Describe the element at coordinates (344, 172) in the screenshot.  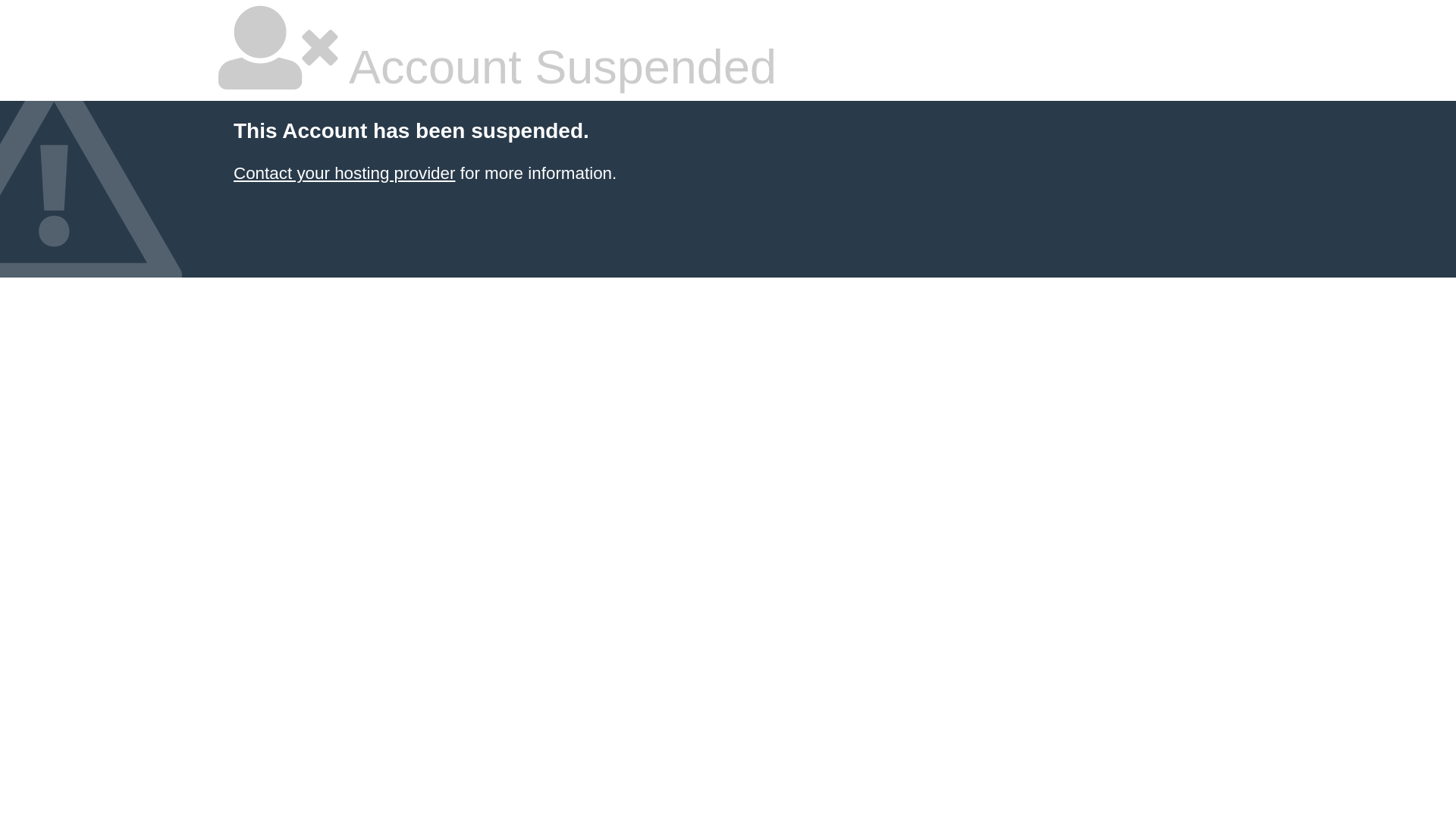
I see `'Contact your hosting provider'` at that location.